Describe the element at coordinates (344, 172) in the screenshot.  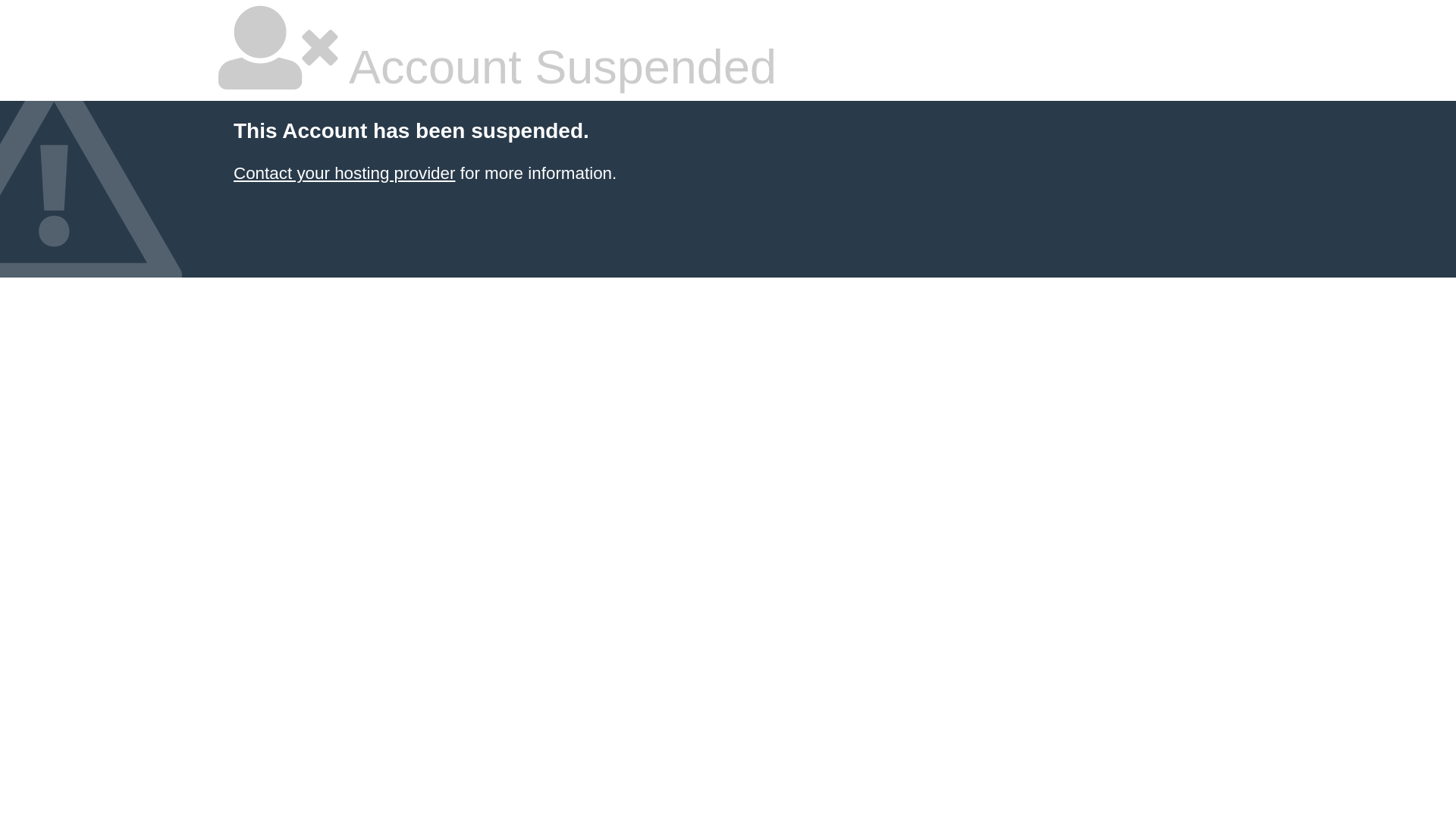
I see `'Contact your hosting provider'` at that location.